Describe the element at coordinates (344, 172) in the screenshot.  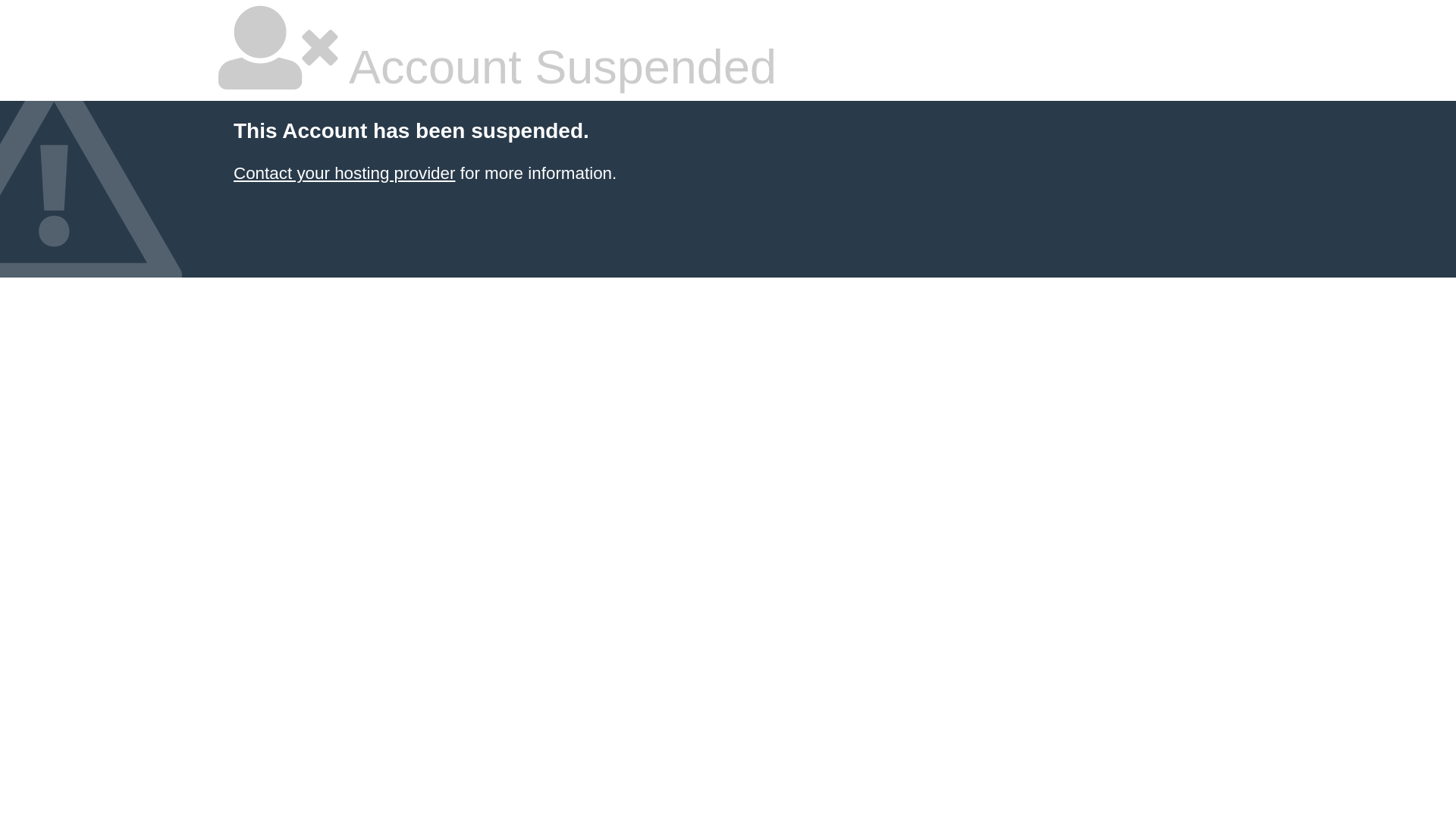
I see `'Contact your hosting provider'` at that location.